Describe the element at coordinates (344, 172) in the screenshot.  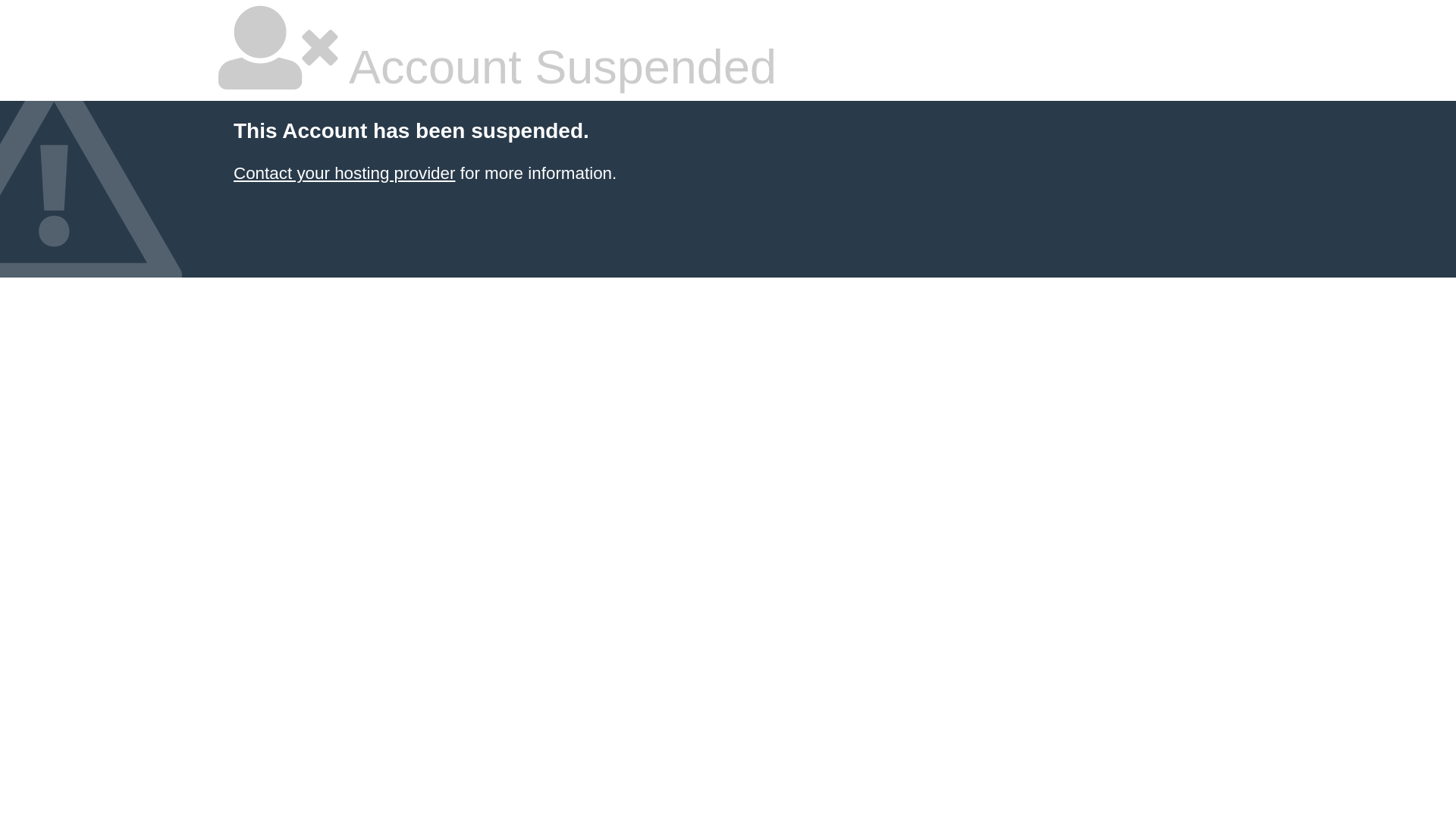
I see `'Contact your hosting provider'` at that location.